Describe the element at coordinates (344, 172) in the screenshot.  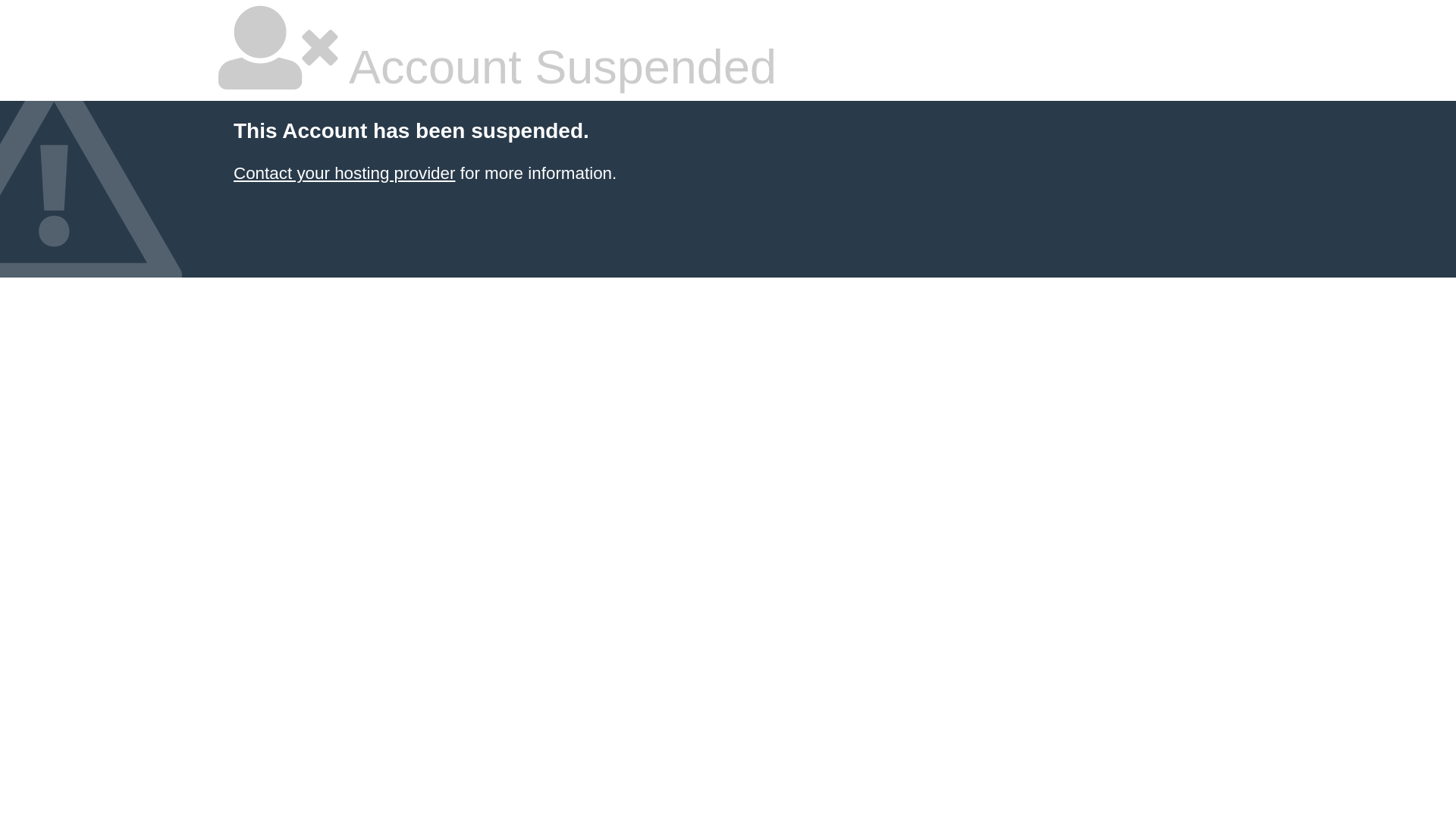
I see `'Contact your hosting provider'` at that location.